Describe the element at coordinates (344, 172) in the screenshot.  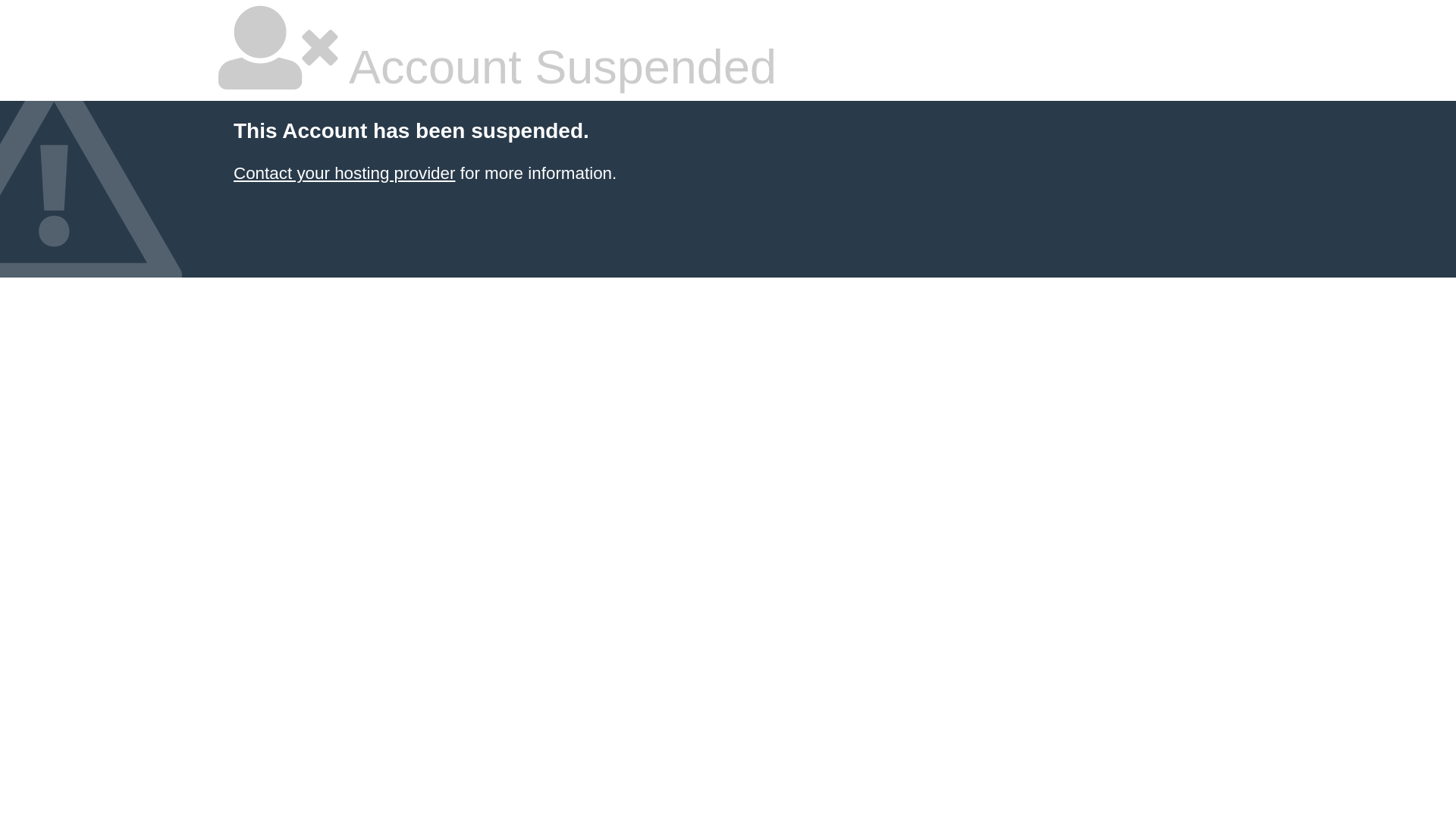
I see `'Contact your hosting provider'` at that location.